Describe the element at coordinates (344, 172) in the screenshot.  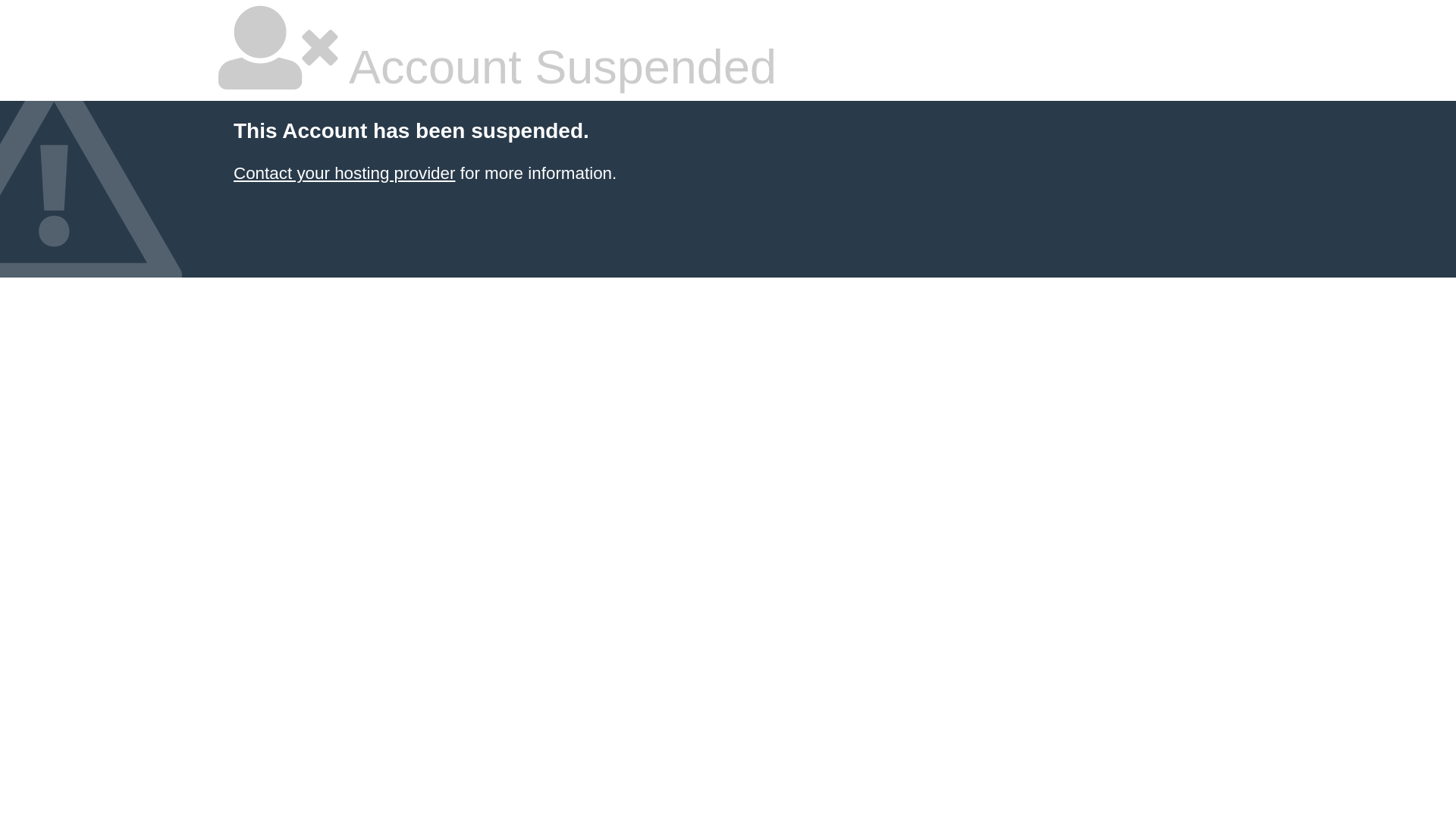
I see `'Contact your hosting provider'` at that location.